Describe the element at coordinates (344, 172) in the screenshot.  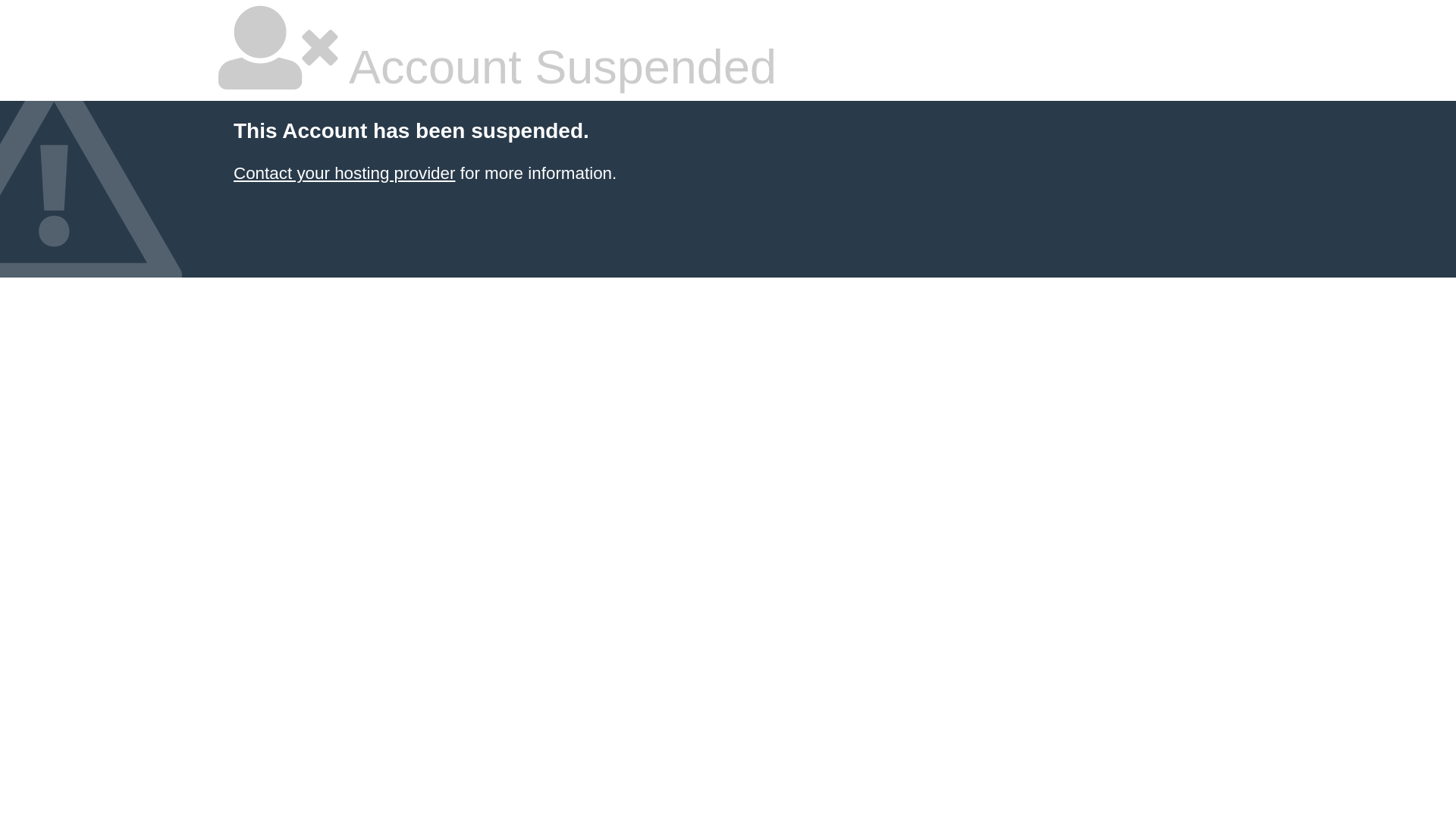
I see `'Contact your hosting provider'` at that location.